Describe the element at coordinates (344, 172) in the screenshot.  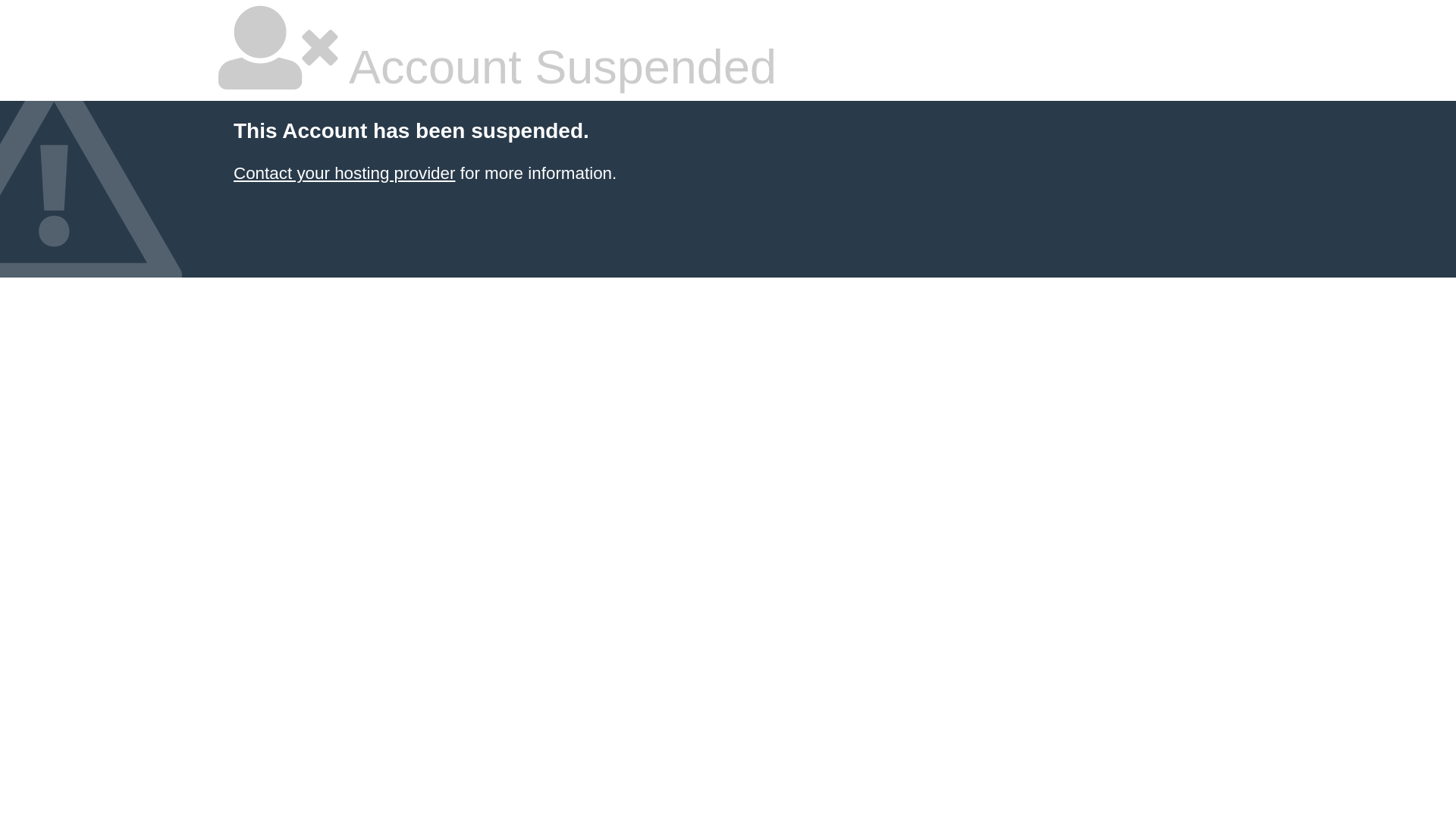
I see `'Contact your hosting provider'` at that location.